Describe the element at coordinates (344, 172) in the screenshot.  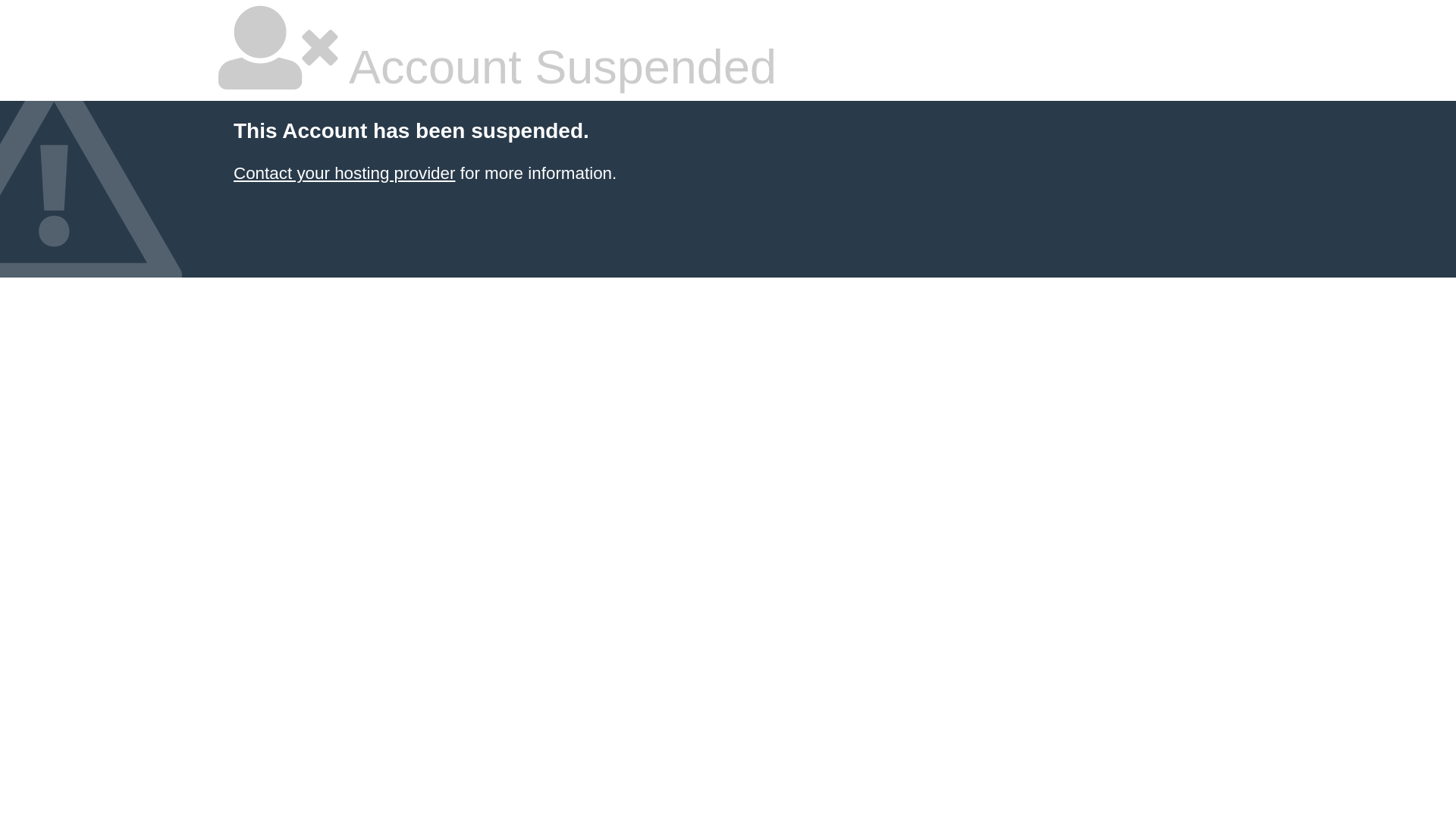
I see `'Contact your hosting provider'` at that location.